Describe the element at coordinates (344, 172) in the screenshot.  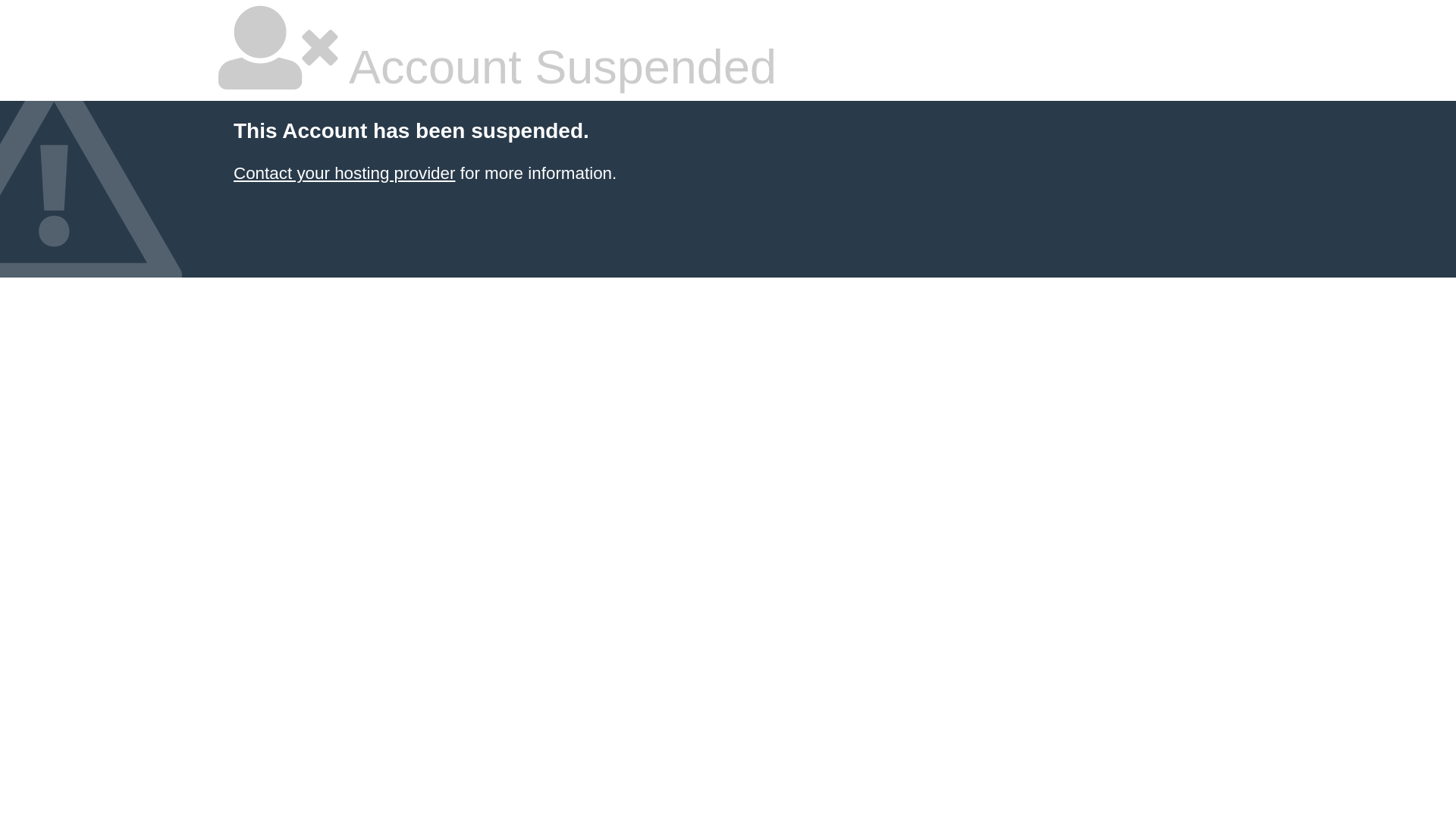
I see `'Contact your hosting provider'` at that location.